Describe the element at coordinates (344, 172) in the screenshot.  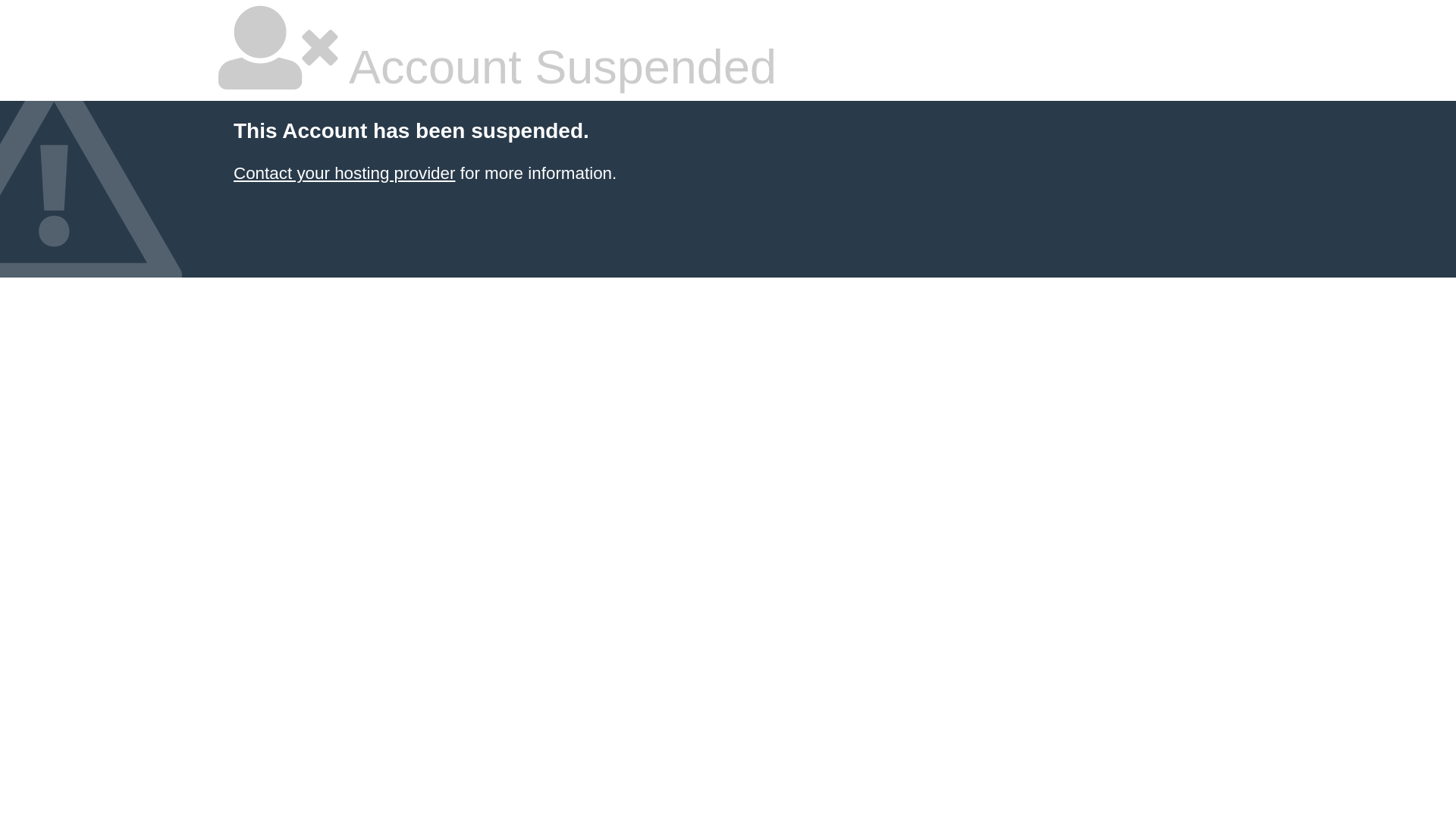
I see `'Contact your hosting provider'` at that location.